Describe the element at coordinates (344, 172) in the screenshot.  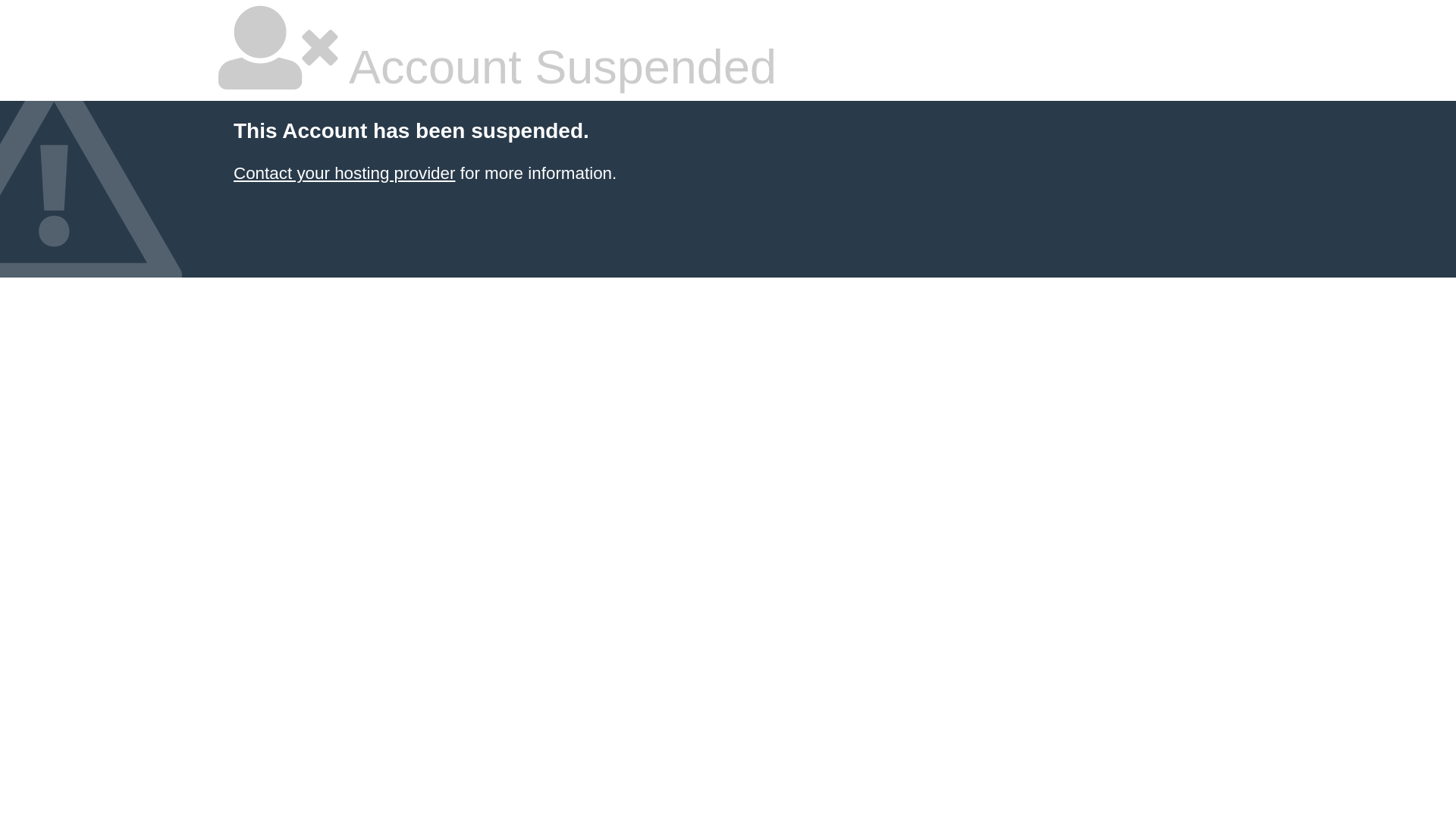
I see `'Contact your hosting provider'` at that location.